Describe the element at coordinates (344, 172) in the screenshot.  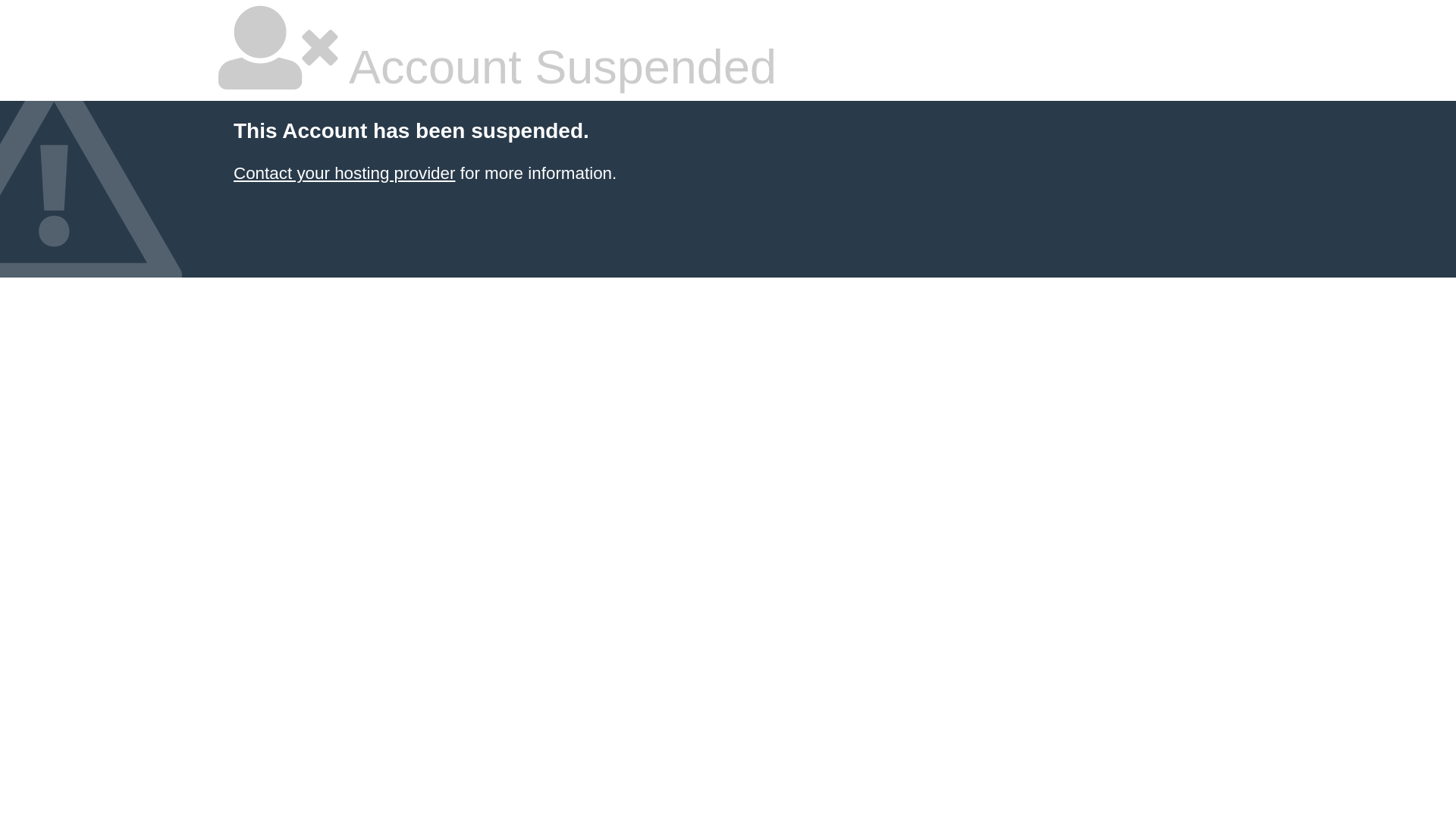
I see `'Contact your hosting provider'` at that location.